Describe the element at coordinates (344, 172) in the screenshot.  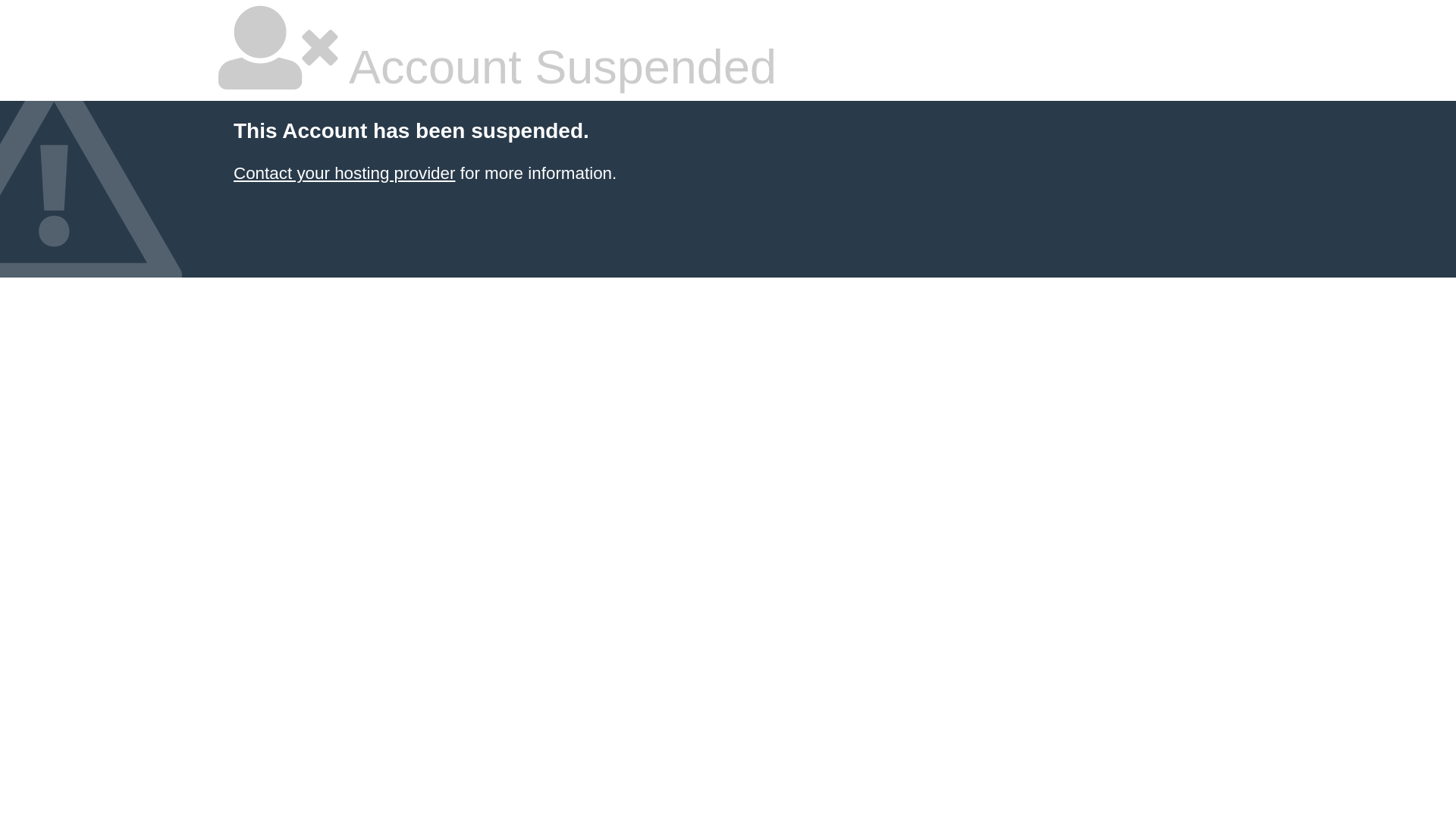
I see `'Contact your hosting provider'` at that location.